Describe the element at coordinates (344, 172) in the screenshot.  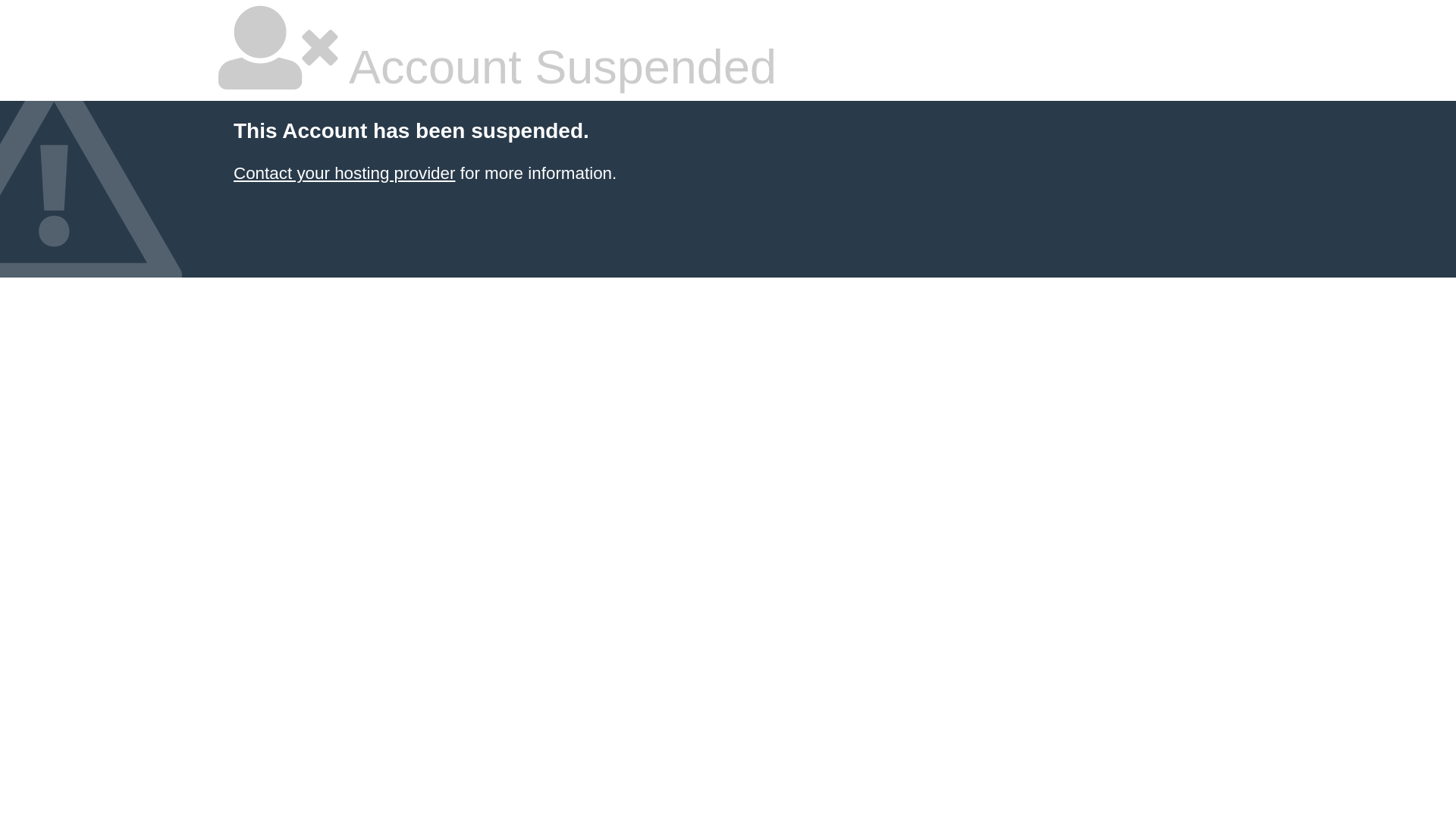
I see `'Contact your hosting provider'` at that location.